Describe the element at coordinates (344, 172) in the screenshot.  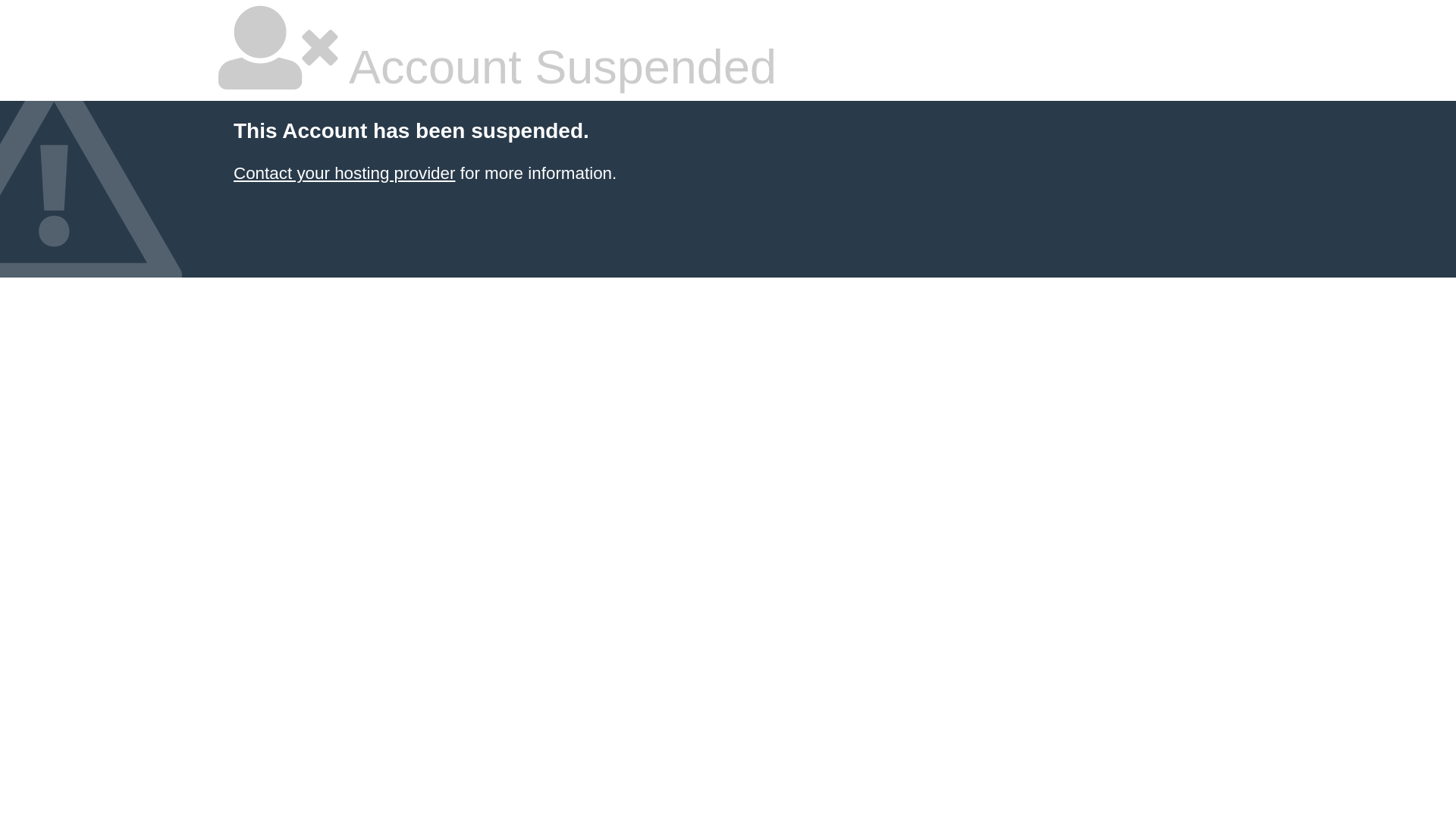
I see `'Contact your hosting provider'` at that location.